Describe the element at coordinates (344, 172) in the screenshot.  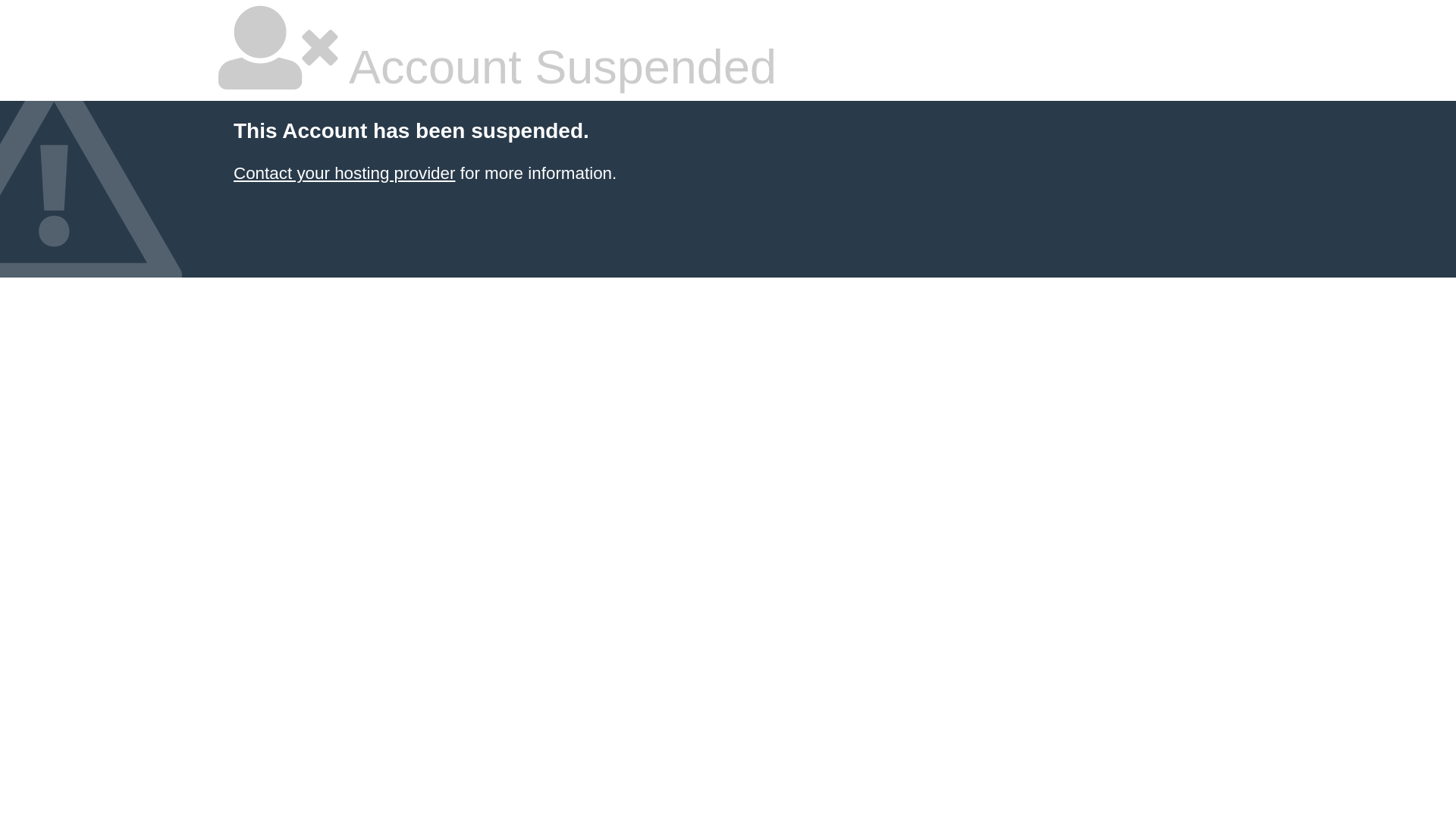
I see `'Contact your hosting provider'` at that location.